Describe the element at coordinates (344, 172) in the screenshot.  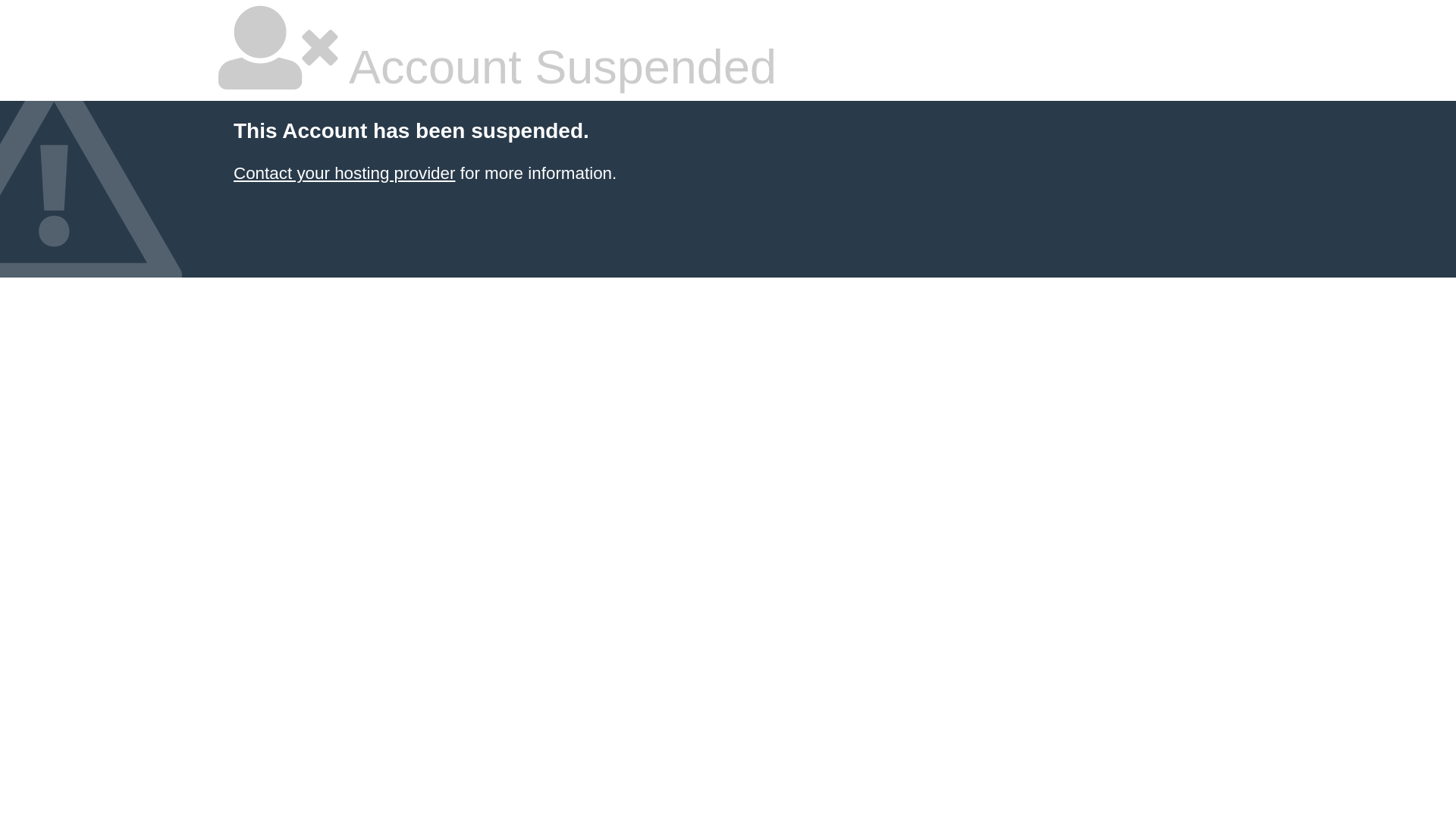
I see `'Contact your hosting provider'` at that location.